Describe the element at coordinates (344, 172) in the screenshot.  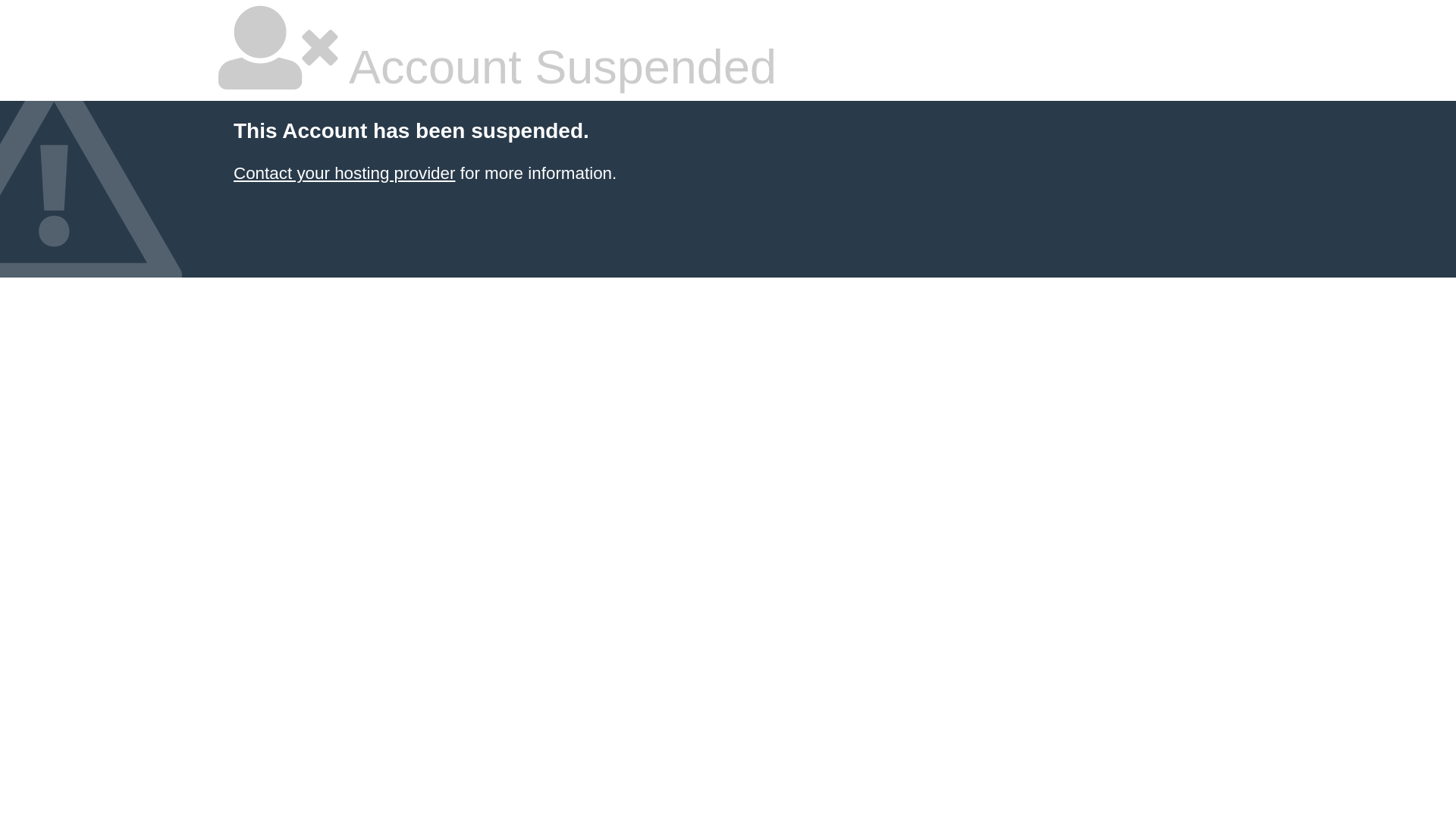
I see `'Contact your hosting provider'` at that location.